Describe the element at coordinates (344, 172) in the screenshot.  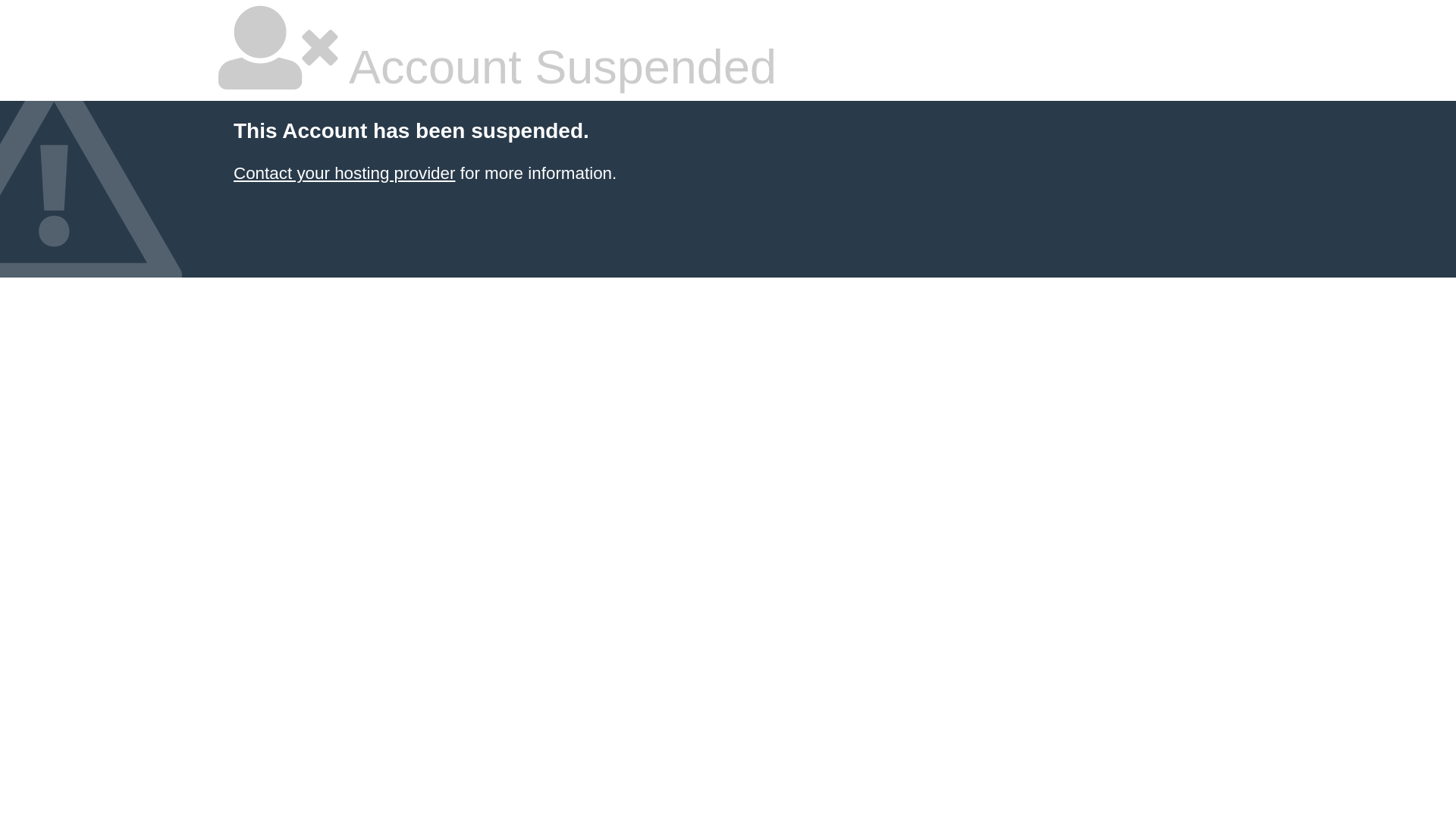
I see `'Contact your hosting provider'` at that location.